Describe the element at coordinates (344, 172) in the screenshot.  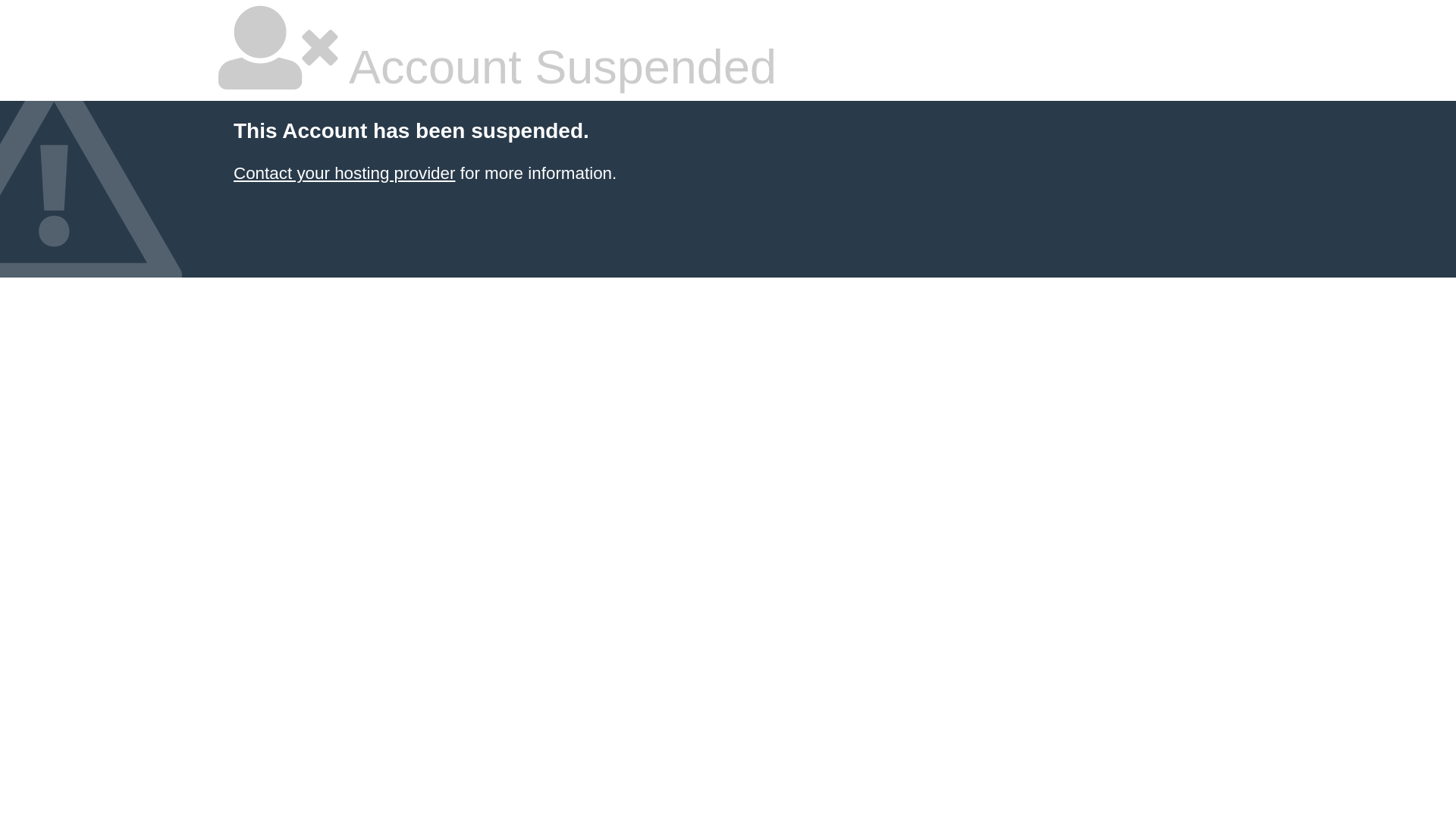
I see `'Contact your hosting provider'` at that location.